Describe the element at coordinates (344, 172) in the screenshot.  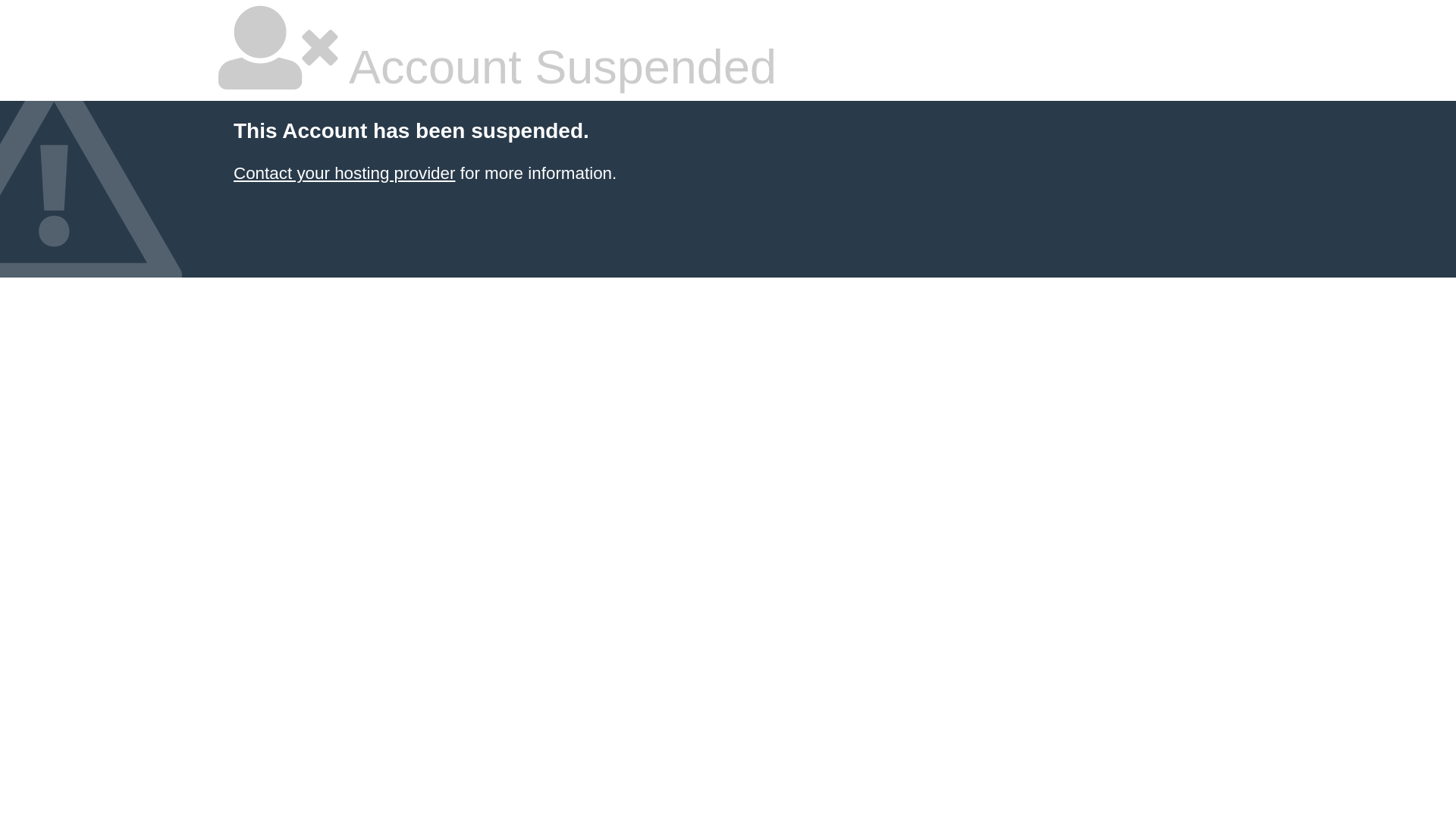
I see `'Contact your hosting provider'` at that location.